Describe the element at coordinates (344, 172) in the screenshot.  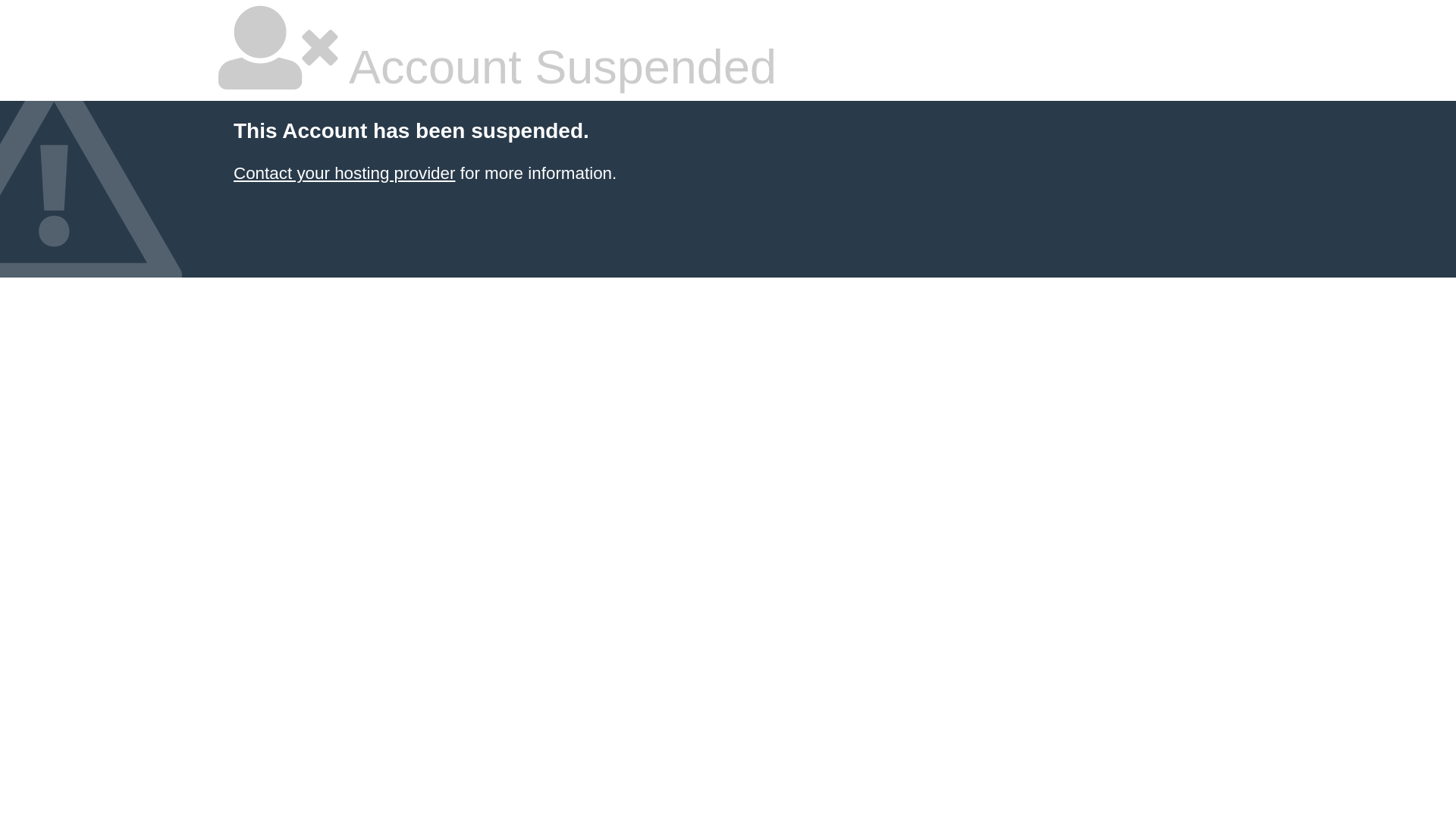
I see `'Contact your hosting provider'` at that location.